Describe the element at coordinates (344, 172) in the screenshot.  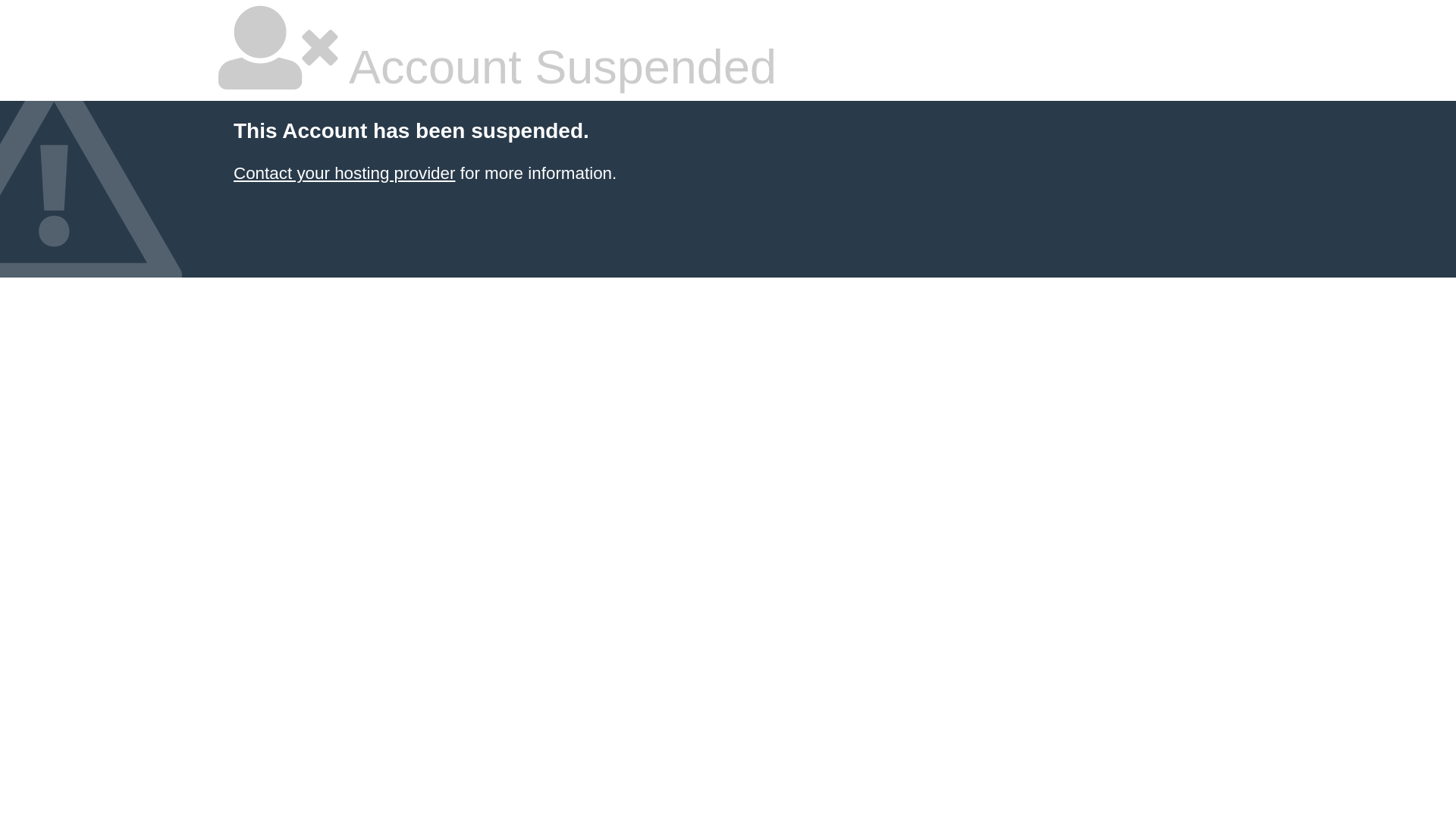
I see `'Contact your hosting provider'` at that location.